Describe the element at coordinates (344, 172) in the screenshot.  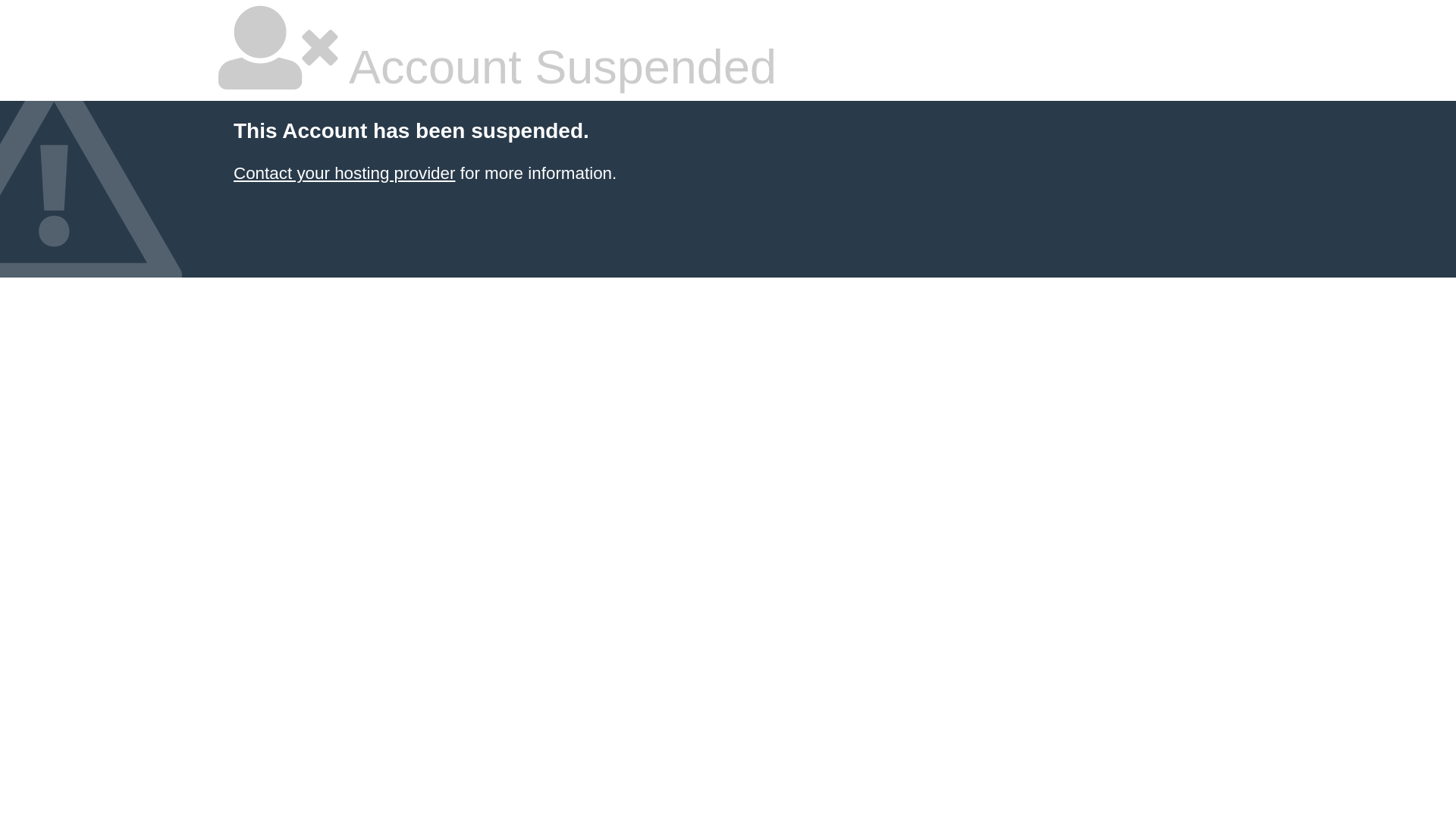
I see `'Contact your hosting provider'` at that location.